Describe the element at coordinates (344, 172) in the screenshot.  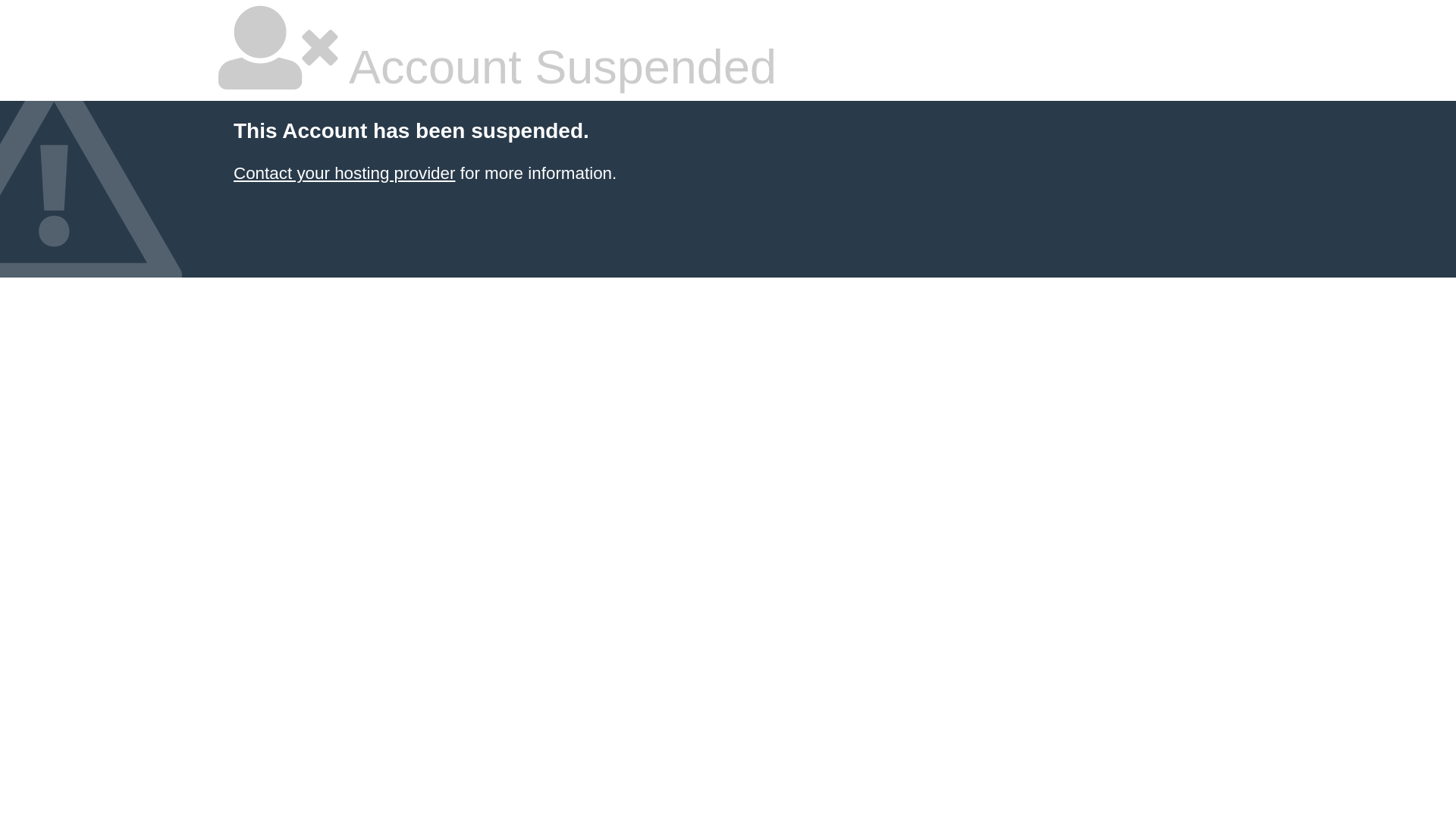
I see `'Contact your hosting provider'` at that location.